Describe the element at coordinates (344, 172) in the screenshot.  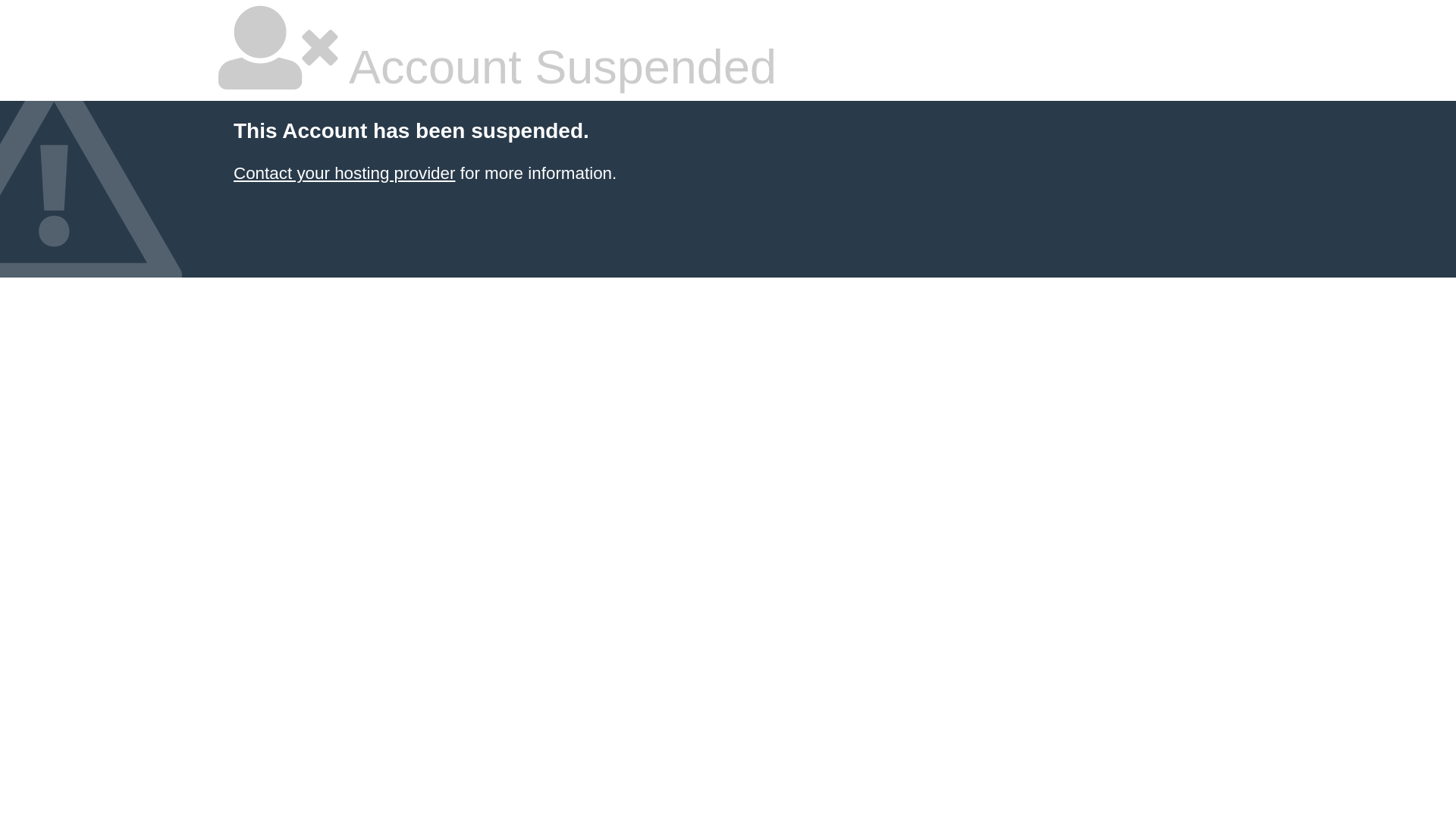
I see `'Contact your hosting provider'` at that location.